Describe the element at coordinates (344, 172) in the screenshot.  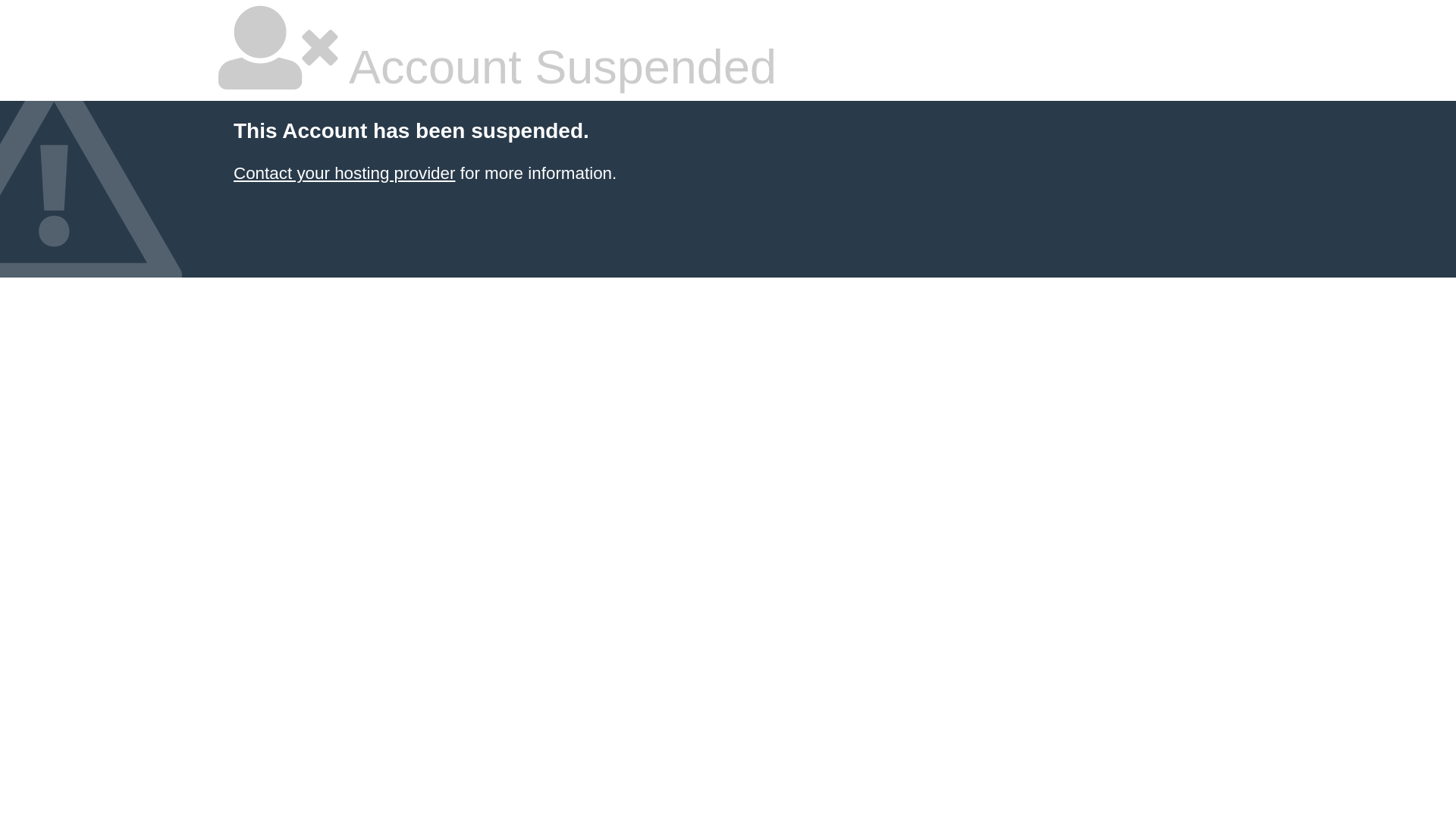
I see `'Contact your hosting provider'` at that location.